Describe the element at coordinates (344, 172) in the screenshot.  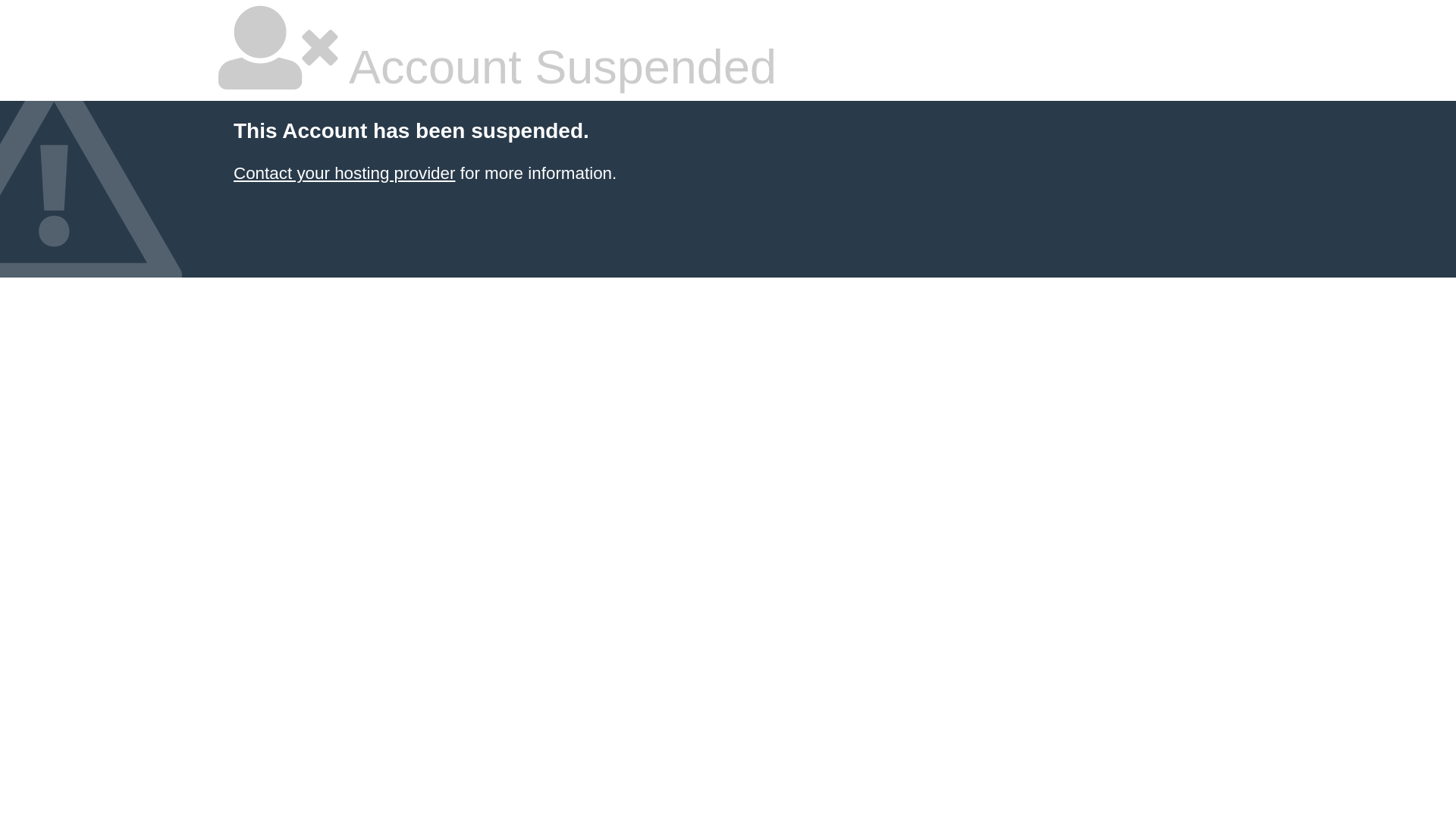
I see `'Contact your hosting provider'` at that location.